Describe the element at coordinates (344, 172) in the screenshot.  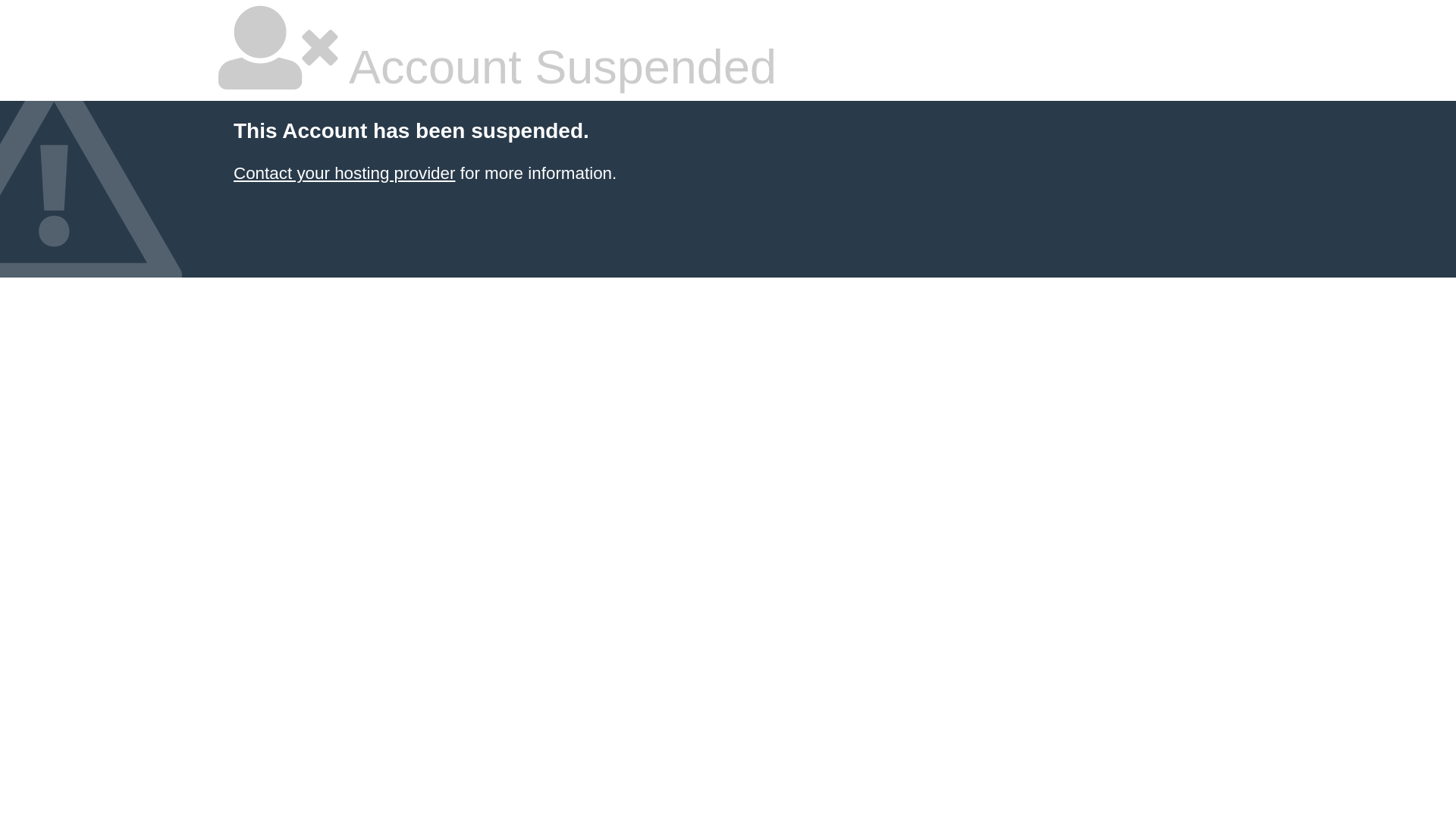
I see `'Contact your hosting provider'` at that location.